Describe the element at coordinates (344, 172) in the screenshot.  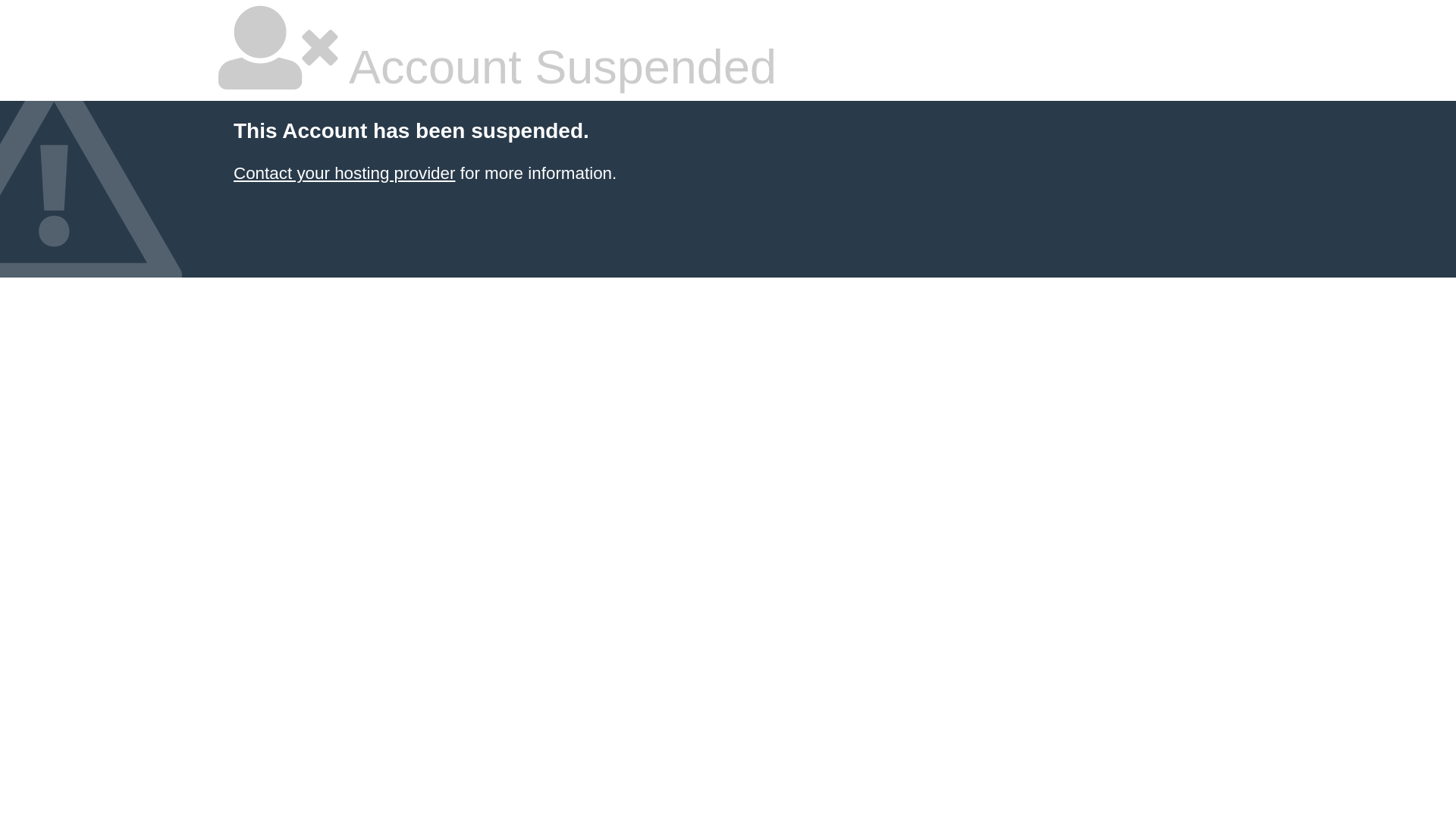
I see `'Contact your hosting provider'` at that location.